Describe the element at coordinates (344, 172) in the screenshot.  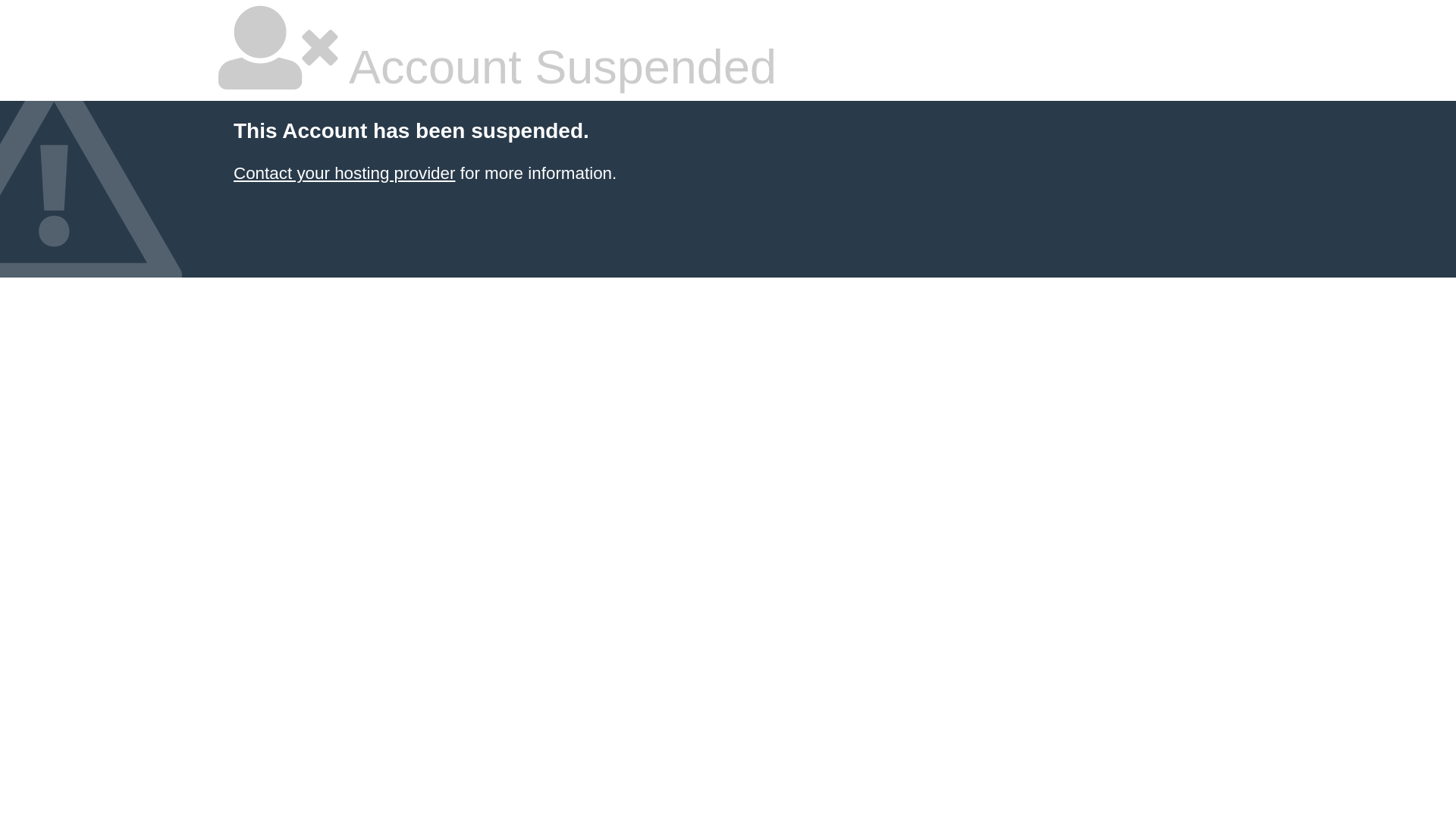
I see `'Contact your hosting provider'` at that location.